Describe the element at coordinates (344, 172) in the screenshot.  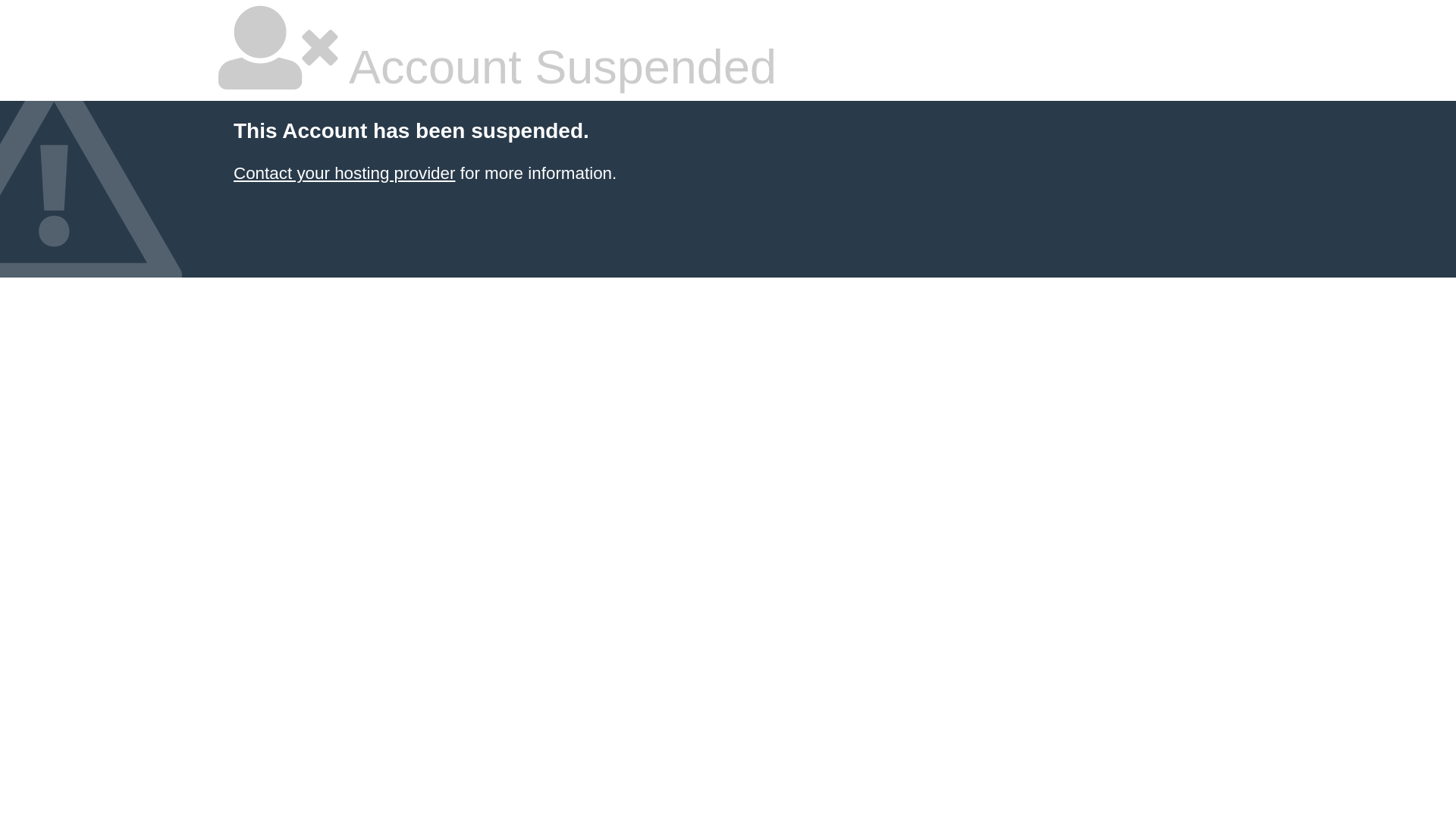
I see `'Contact your hosting provider'` at that location.